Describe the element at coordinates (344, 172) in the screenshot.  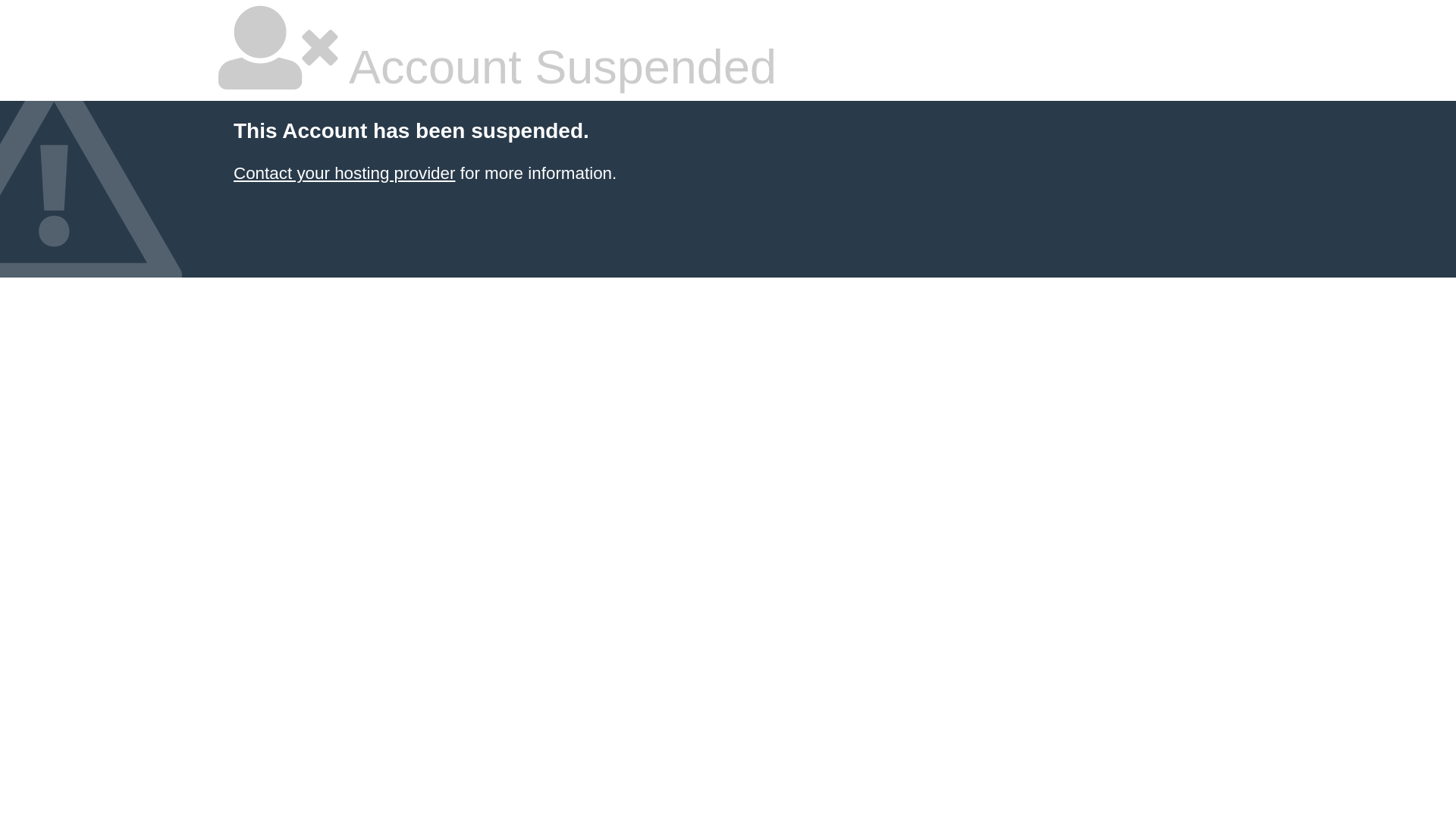
I see `'Contact your hosting provider'` at that location.